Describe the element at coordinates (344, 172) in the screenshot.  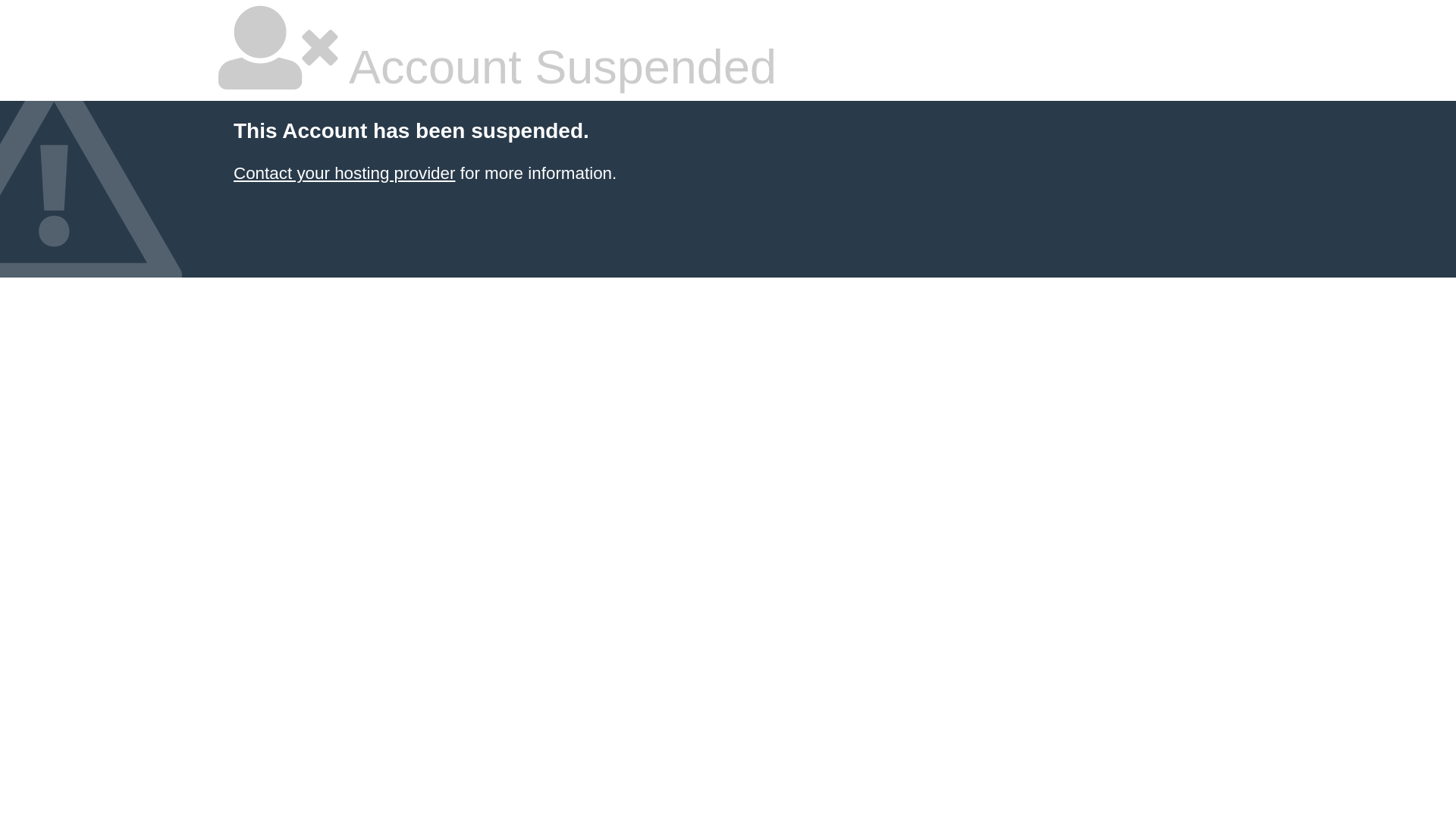
I see `'Contact your hosting provider'` at that location.